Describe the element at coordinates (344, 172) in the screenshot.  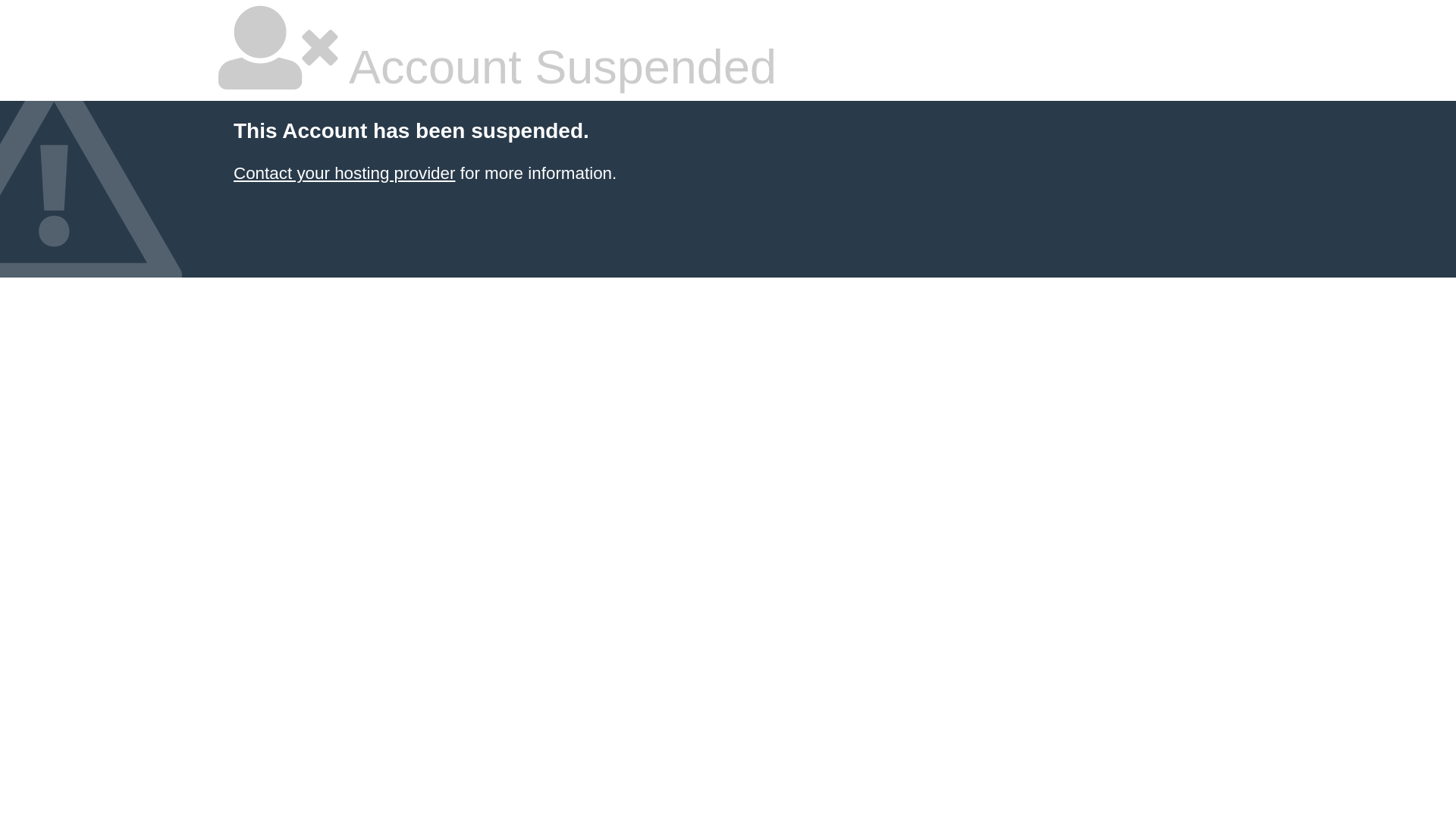
I see `'Contact your hosting provider'` at that location.